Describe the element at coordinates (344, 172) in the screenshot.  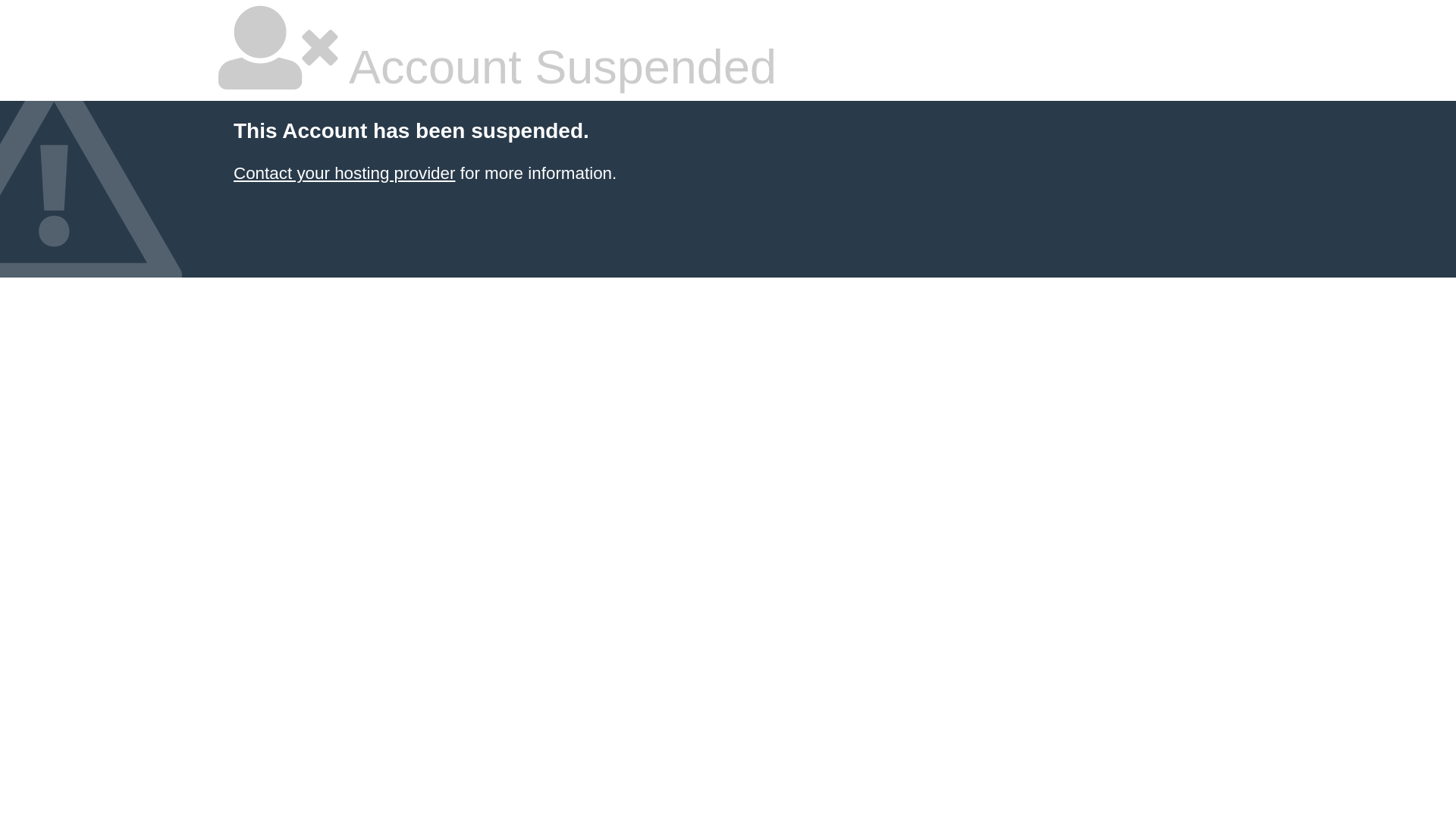
I see `'Contact your hosting provider'` at that location.